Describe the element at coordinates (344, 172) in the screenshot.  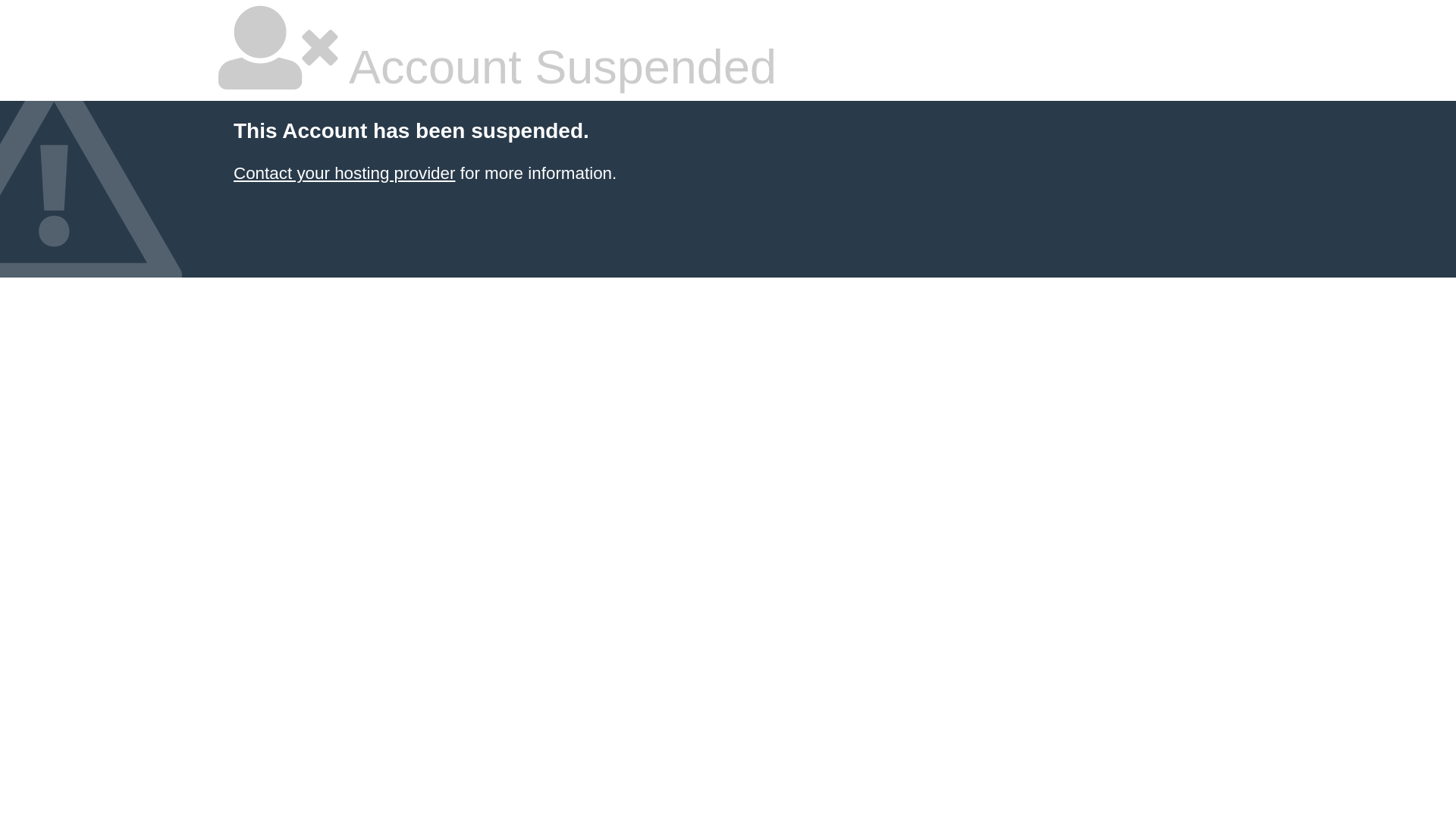
I see `'Contact your hosting provider'` at that location.